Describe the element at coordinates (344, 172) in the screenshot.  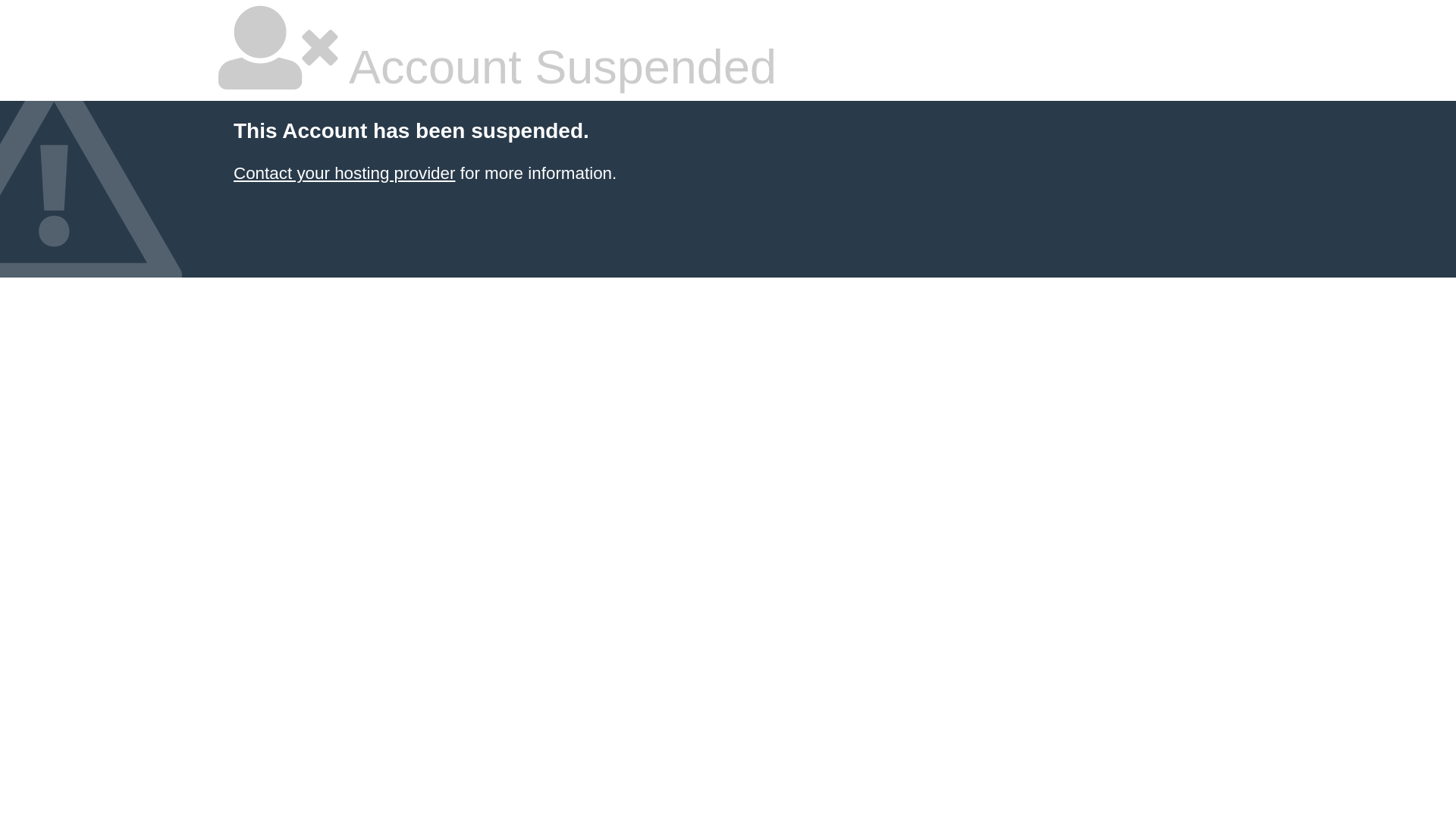
I see `'Contact your hosting provider'` at that location.